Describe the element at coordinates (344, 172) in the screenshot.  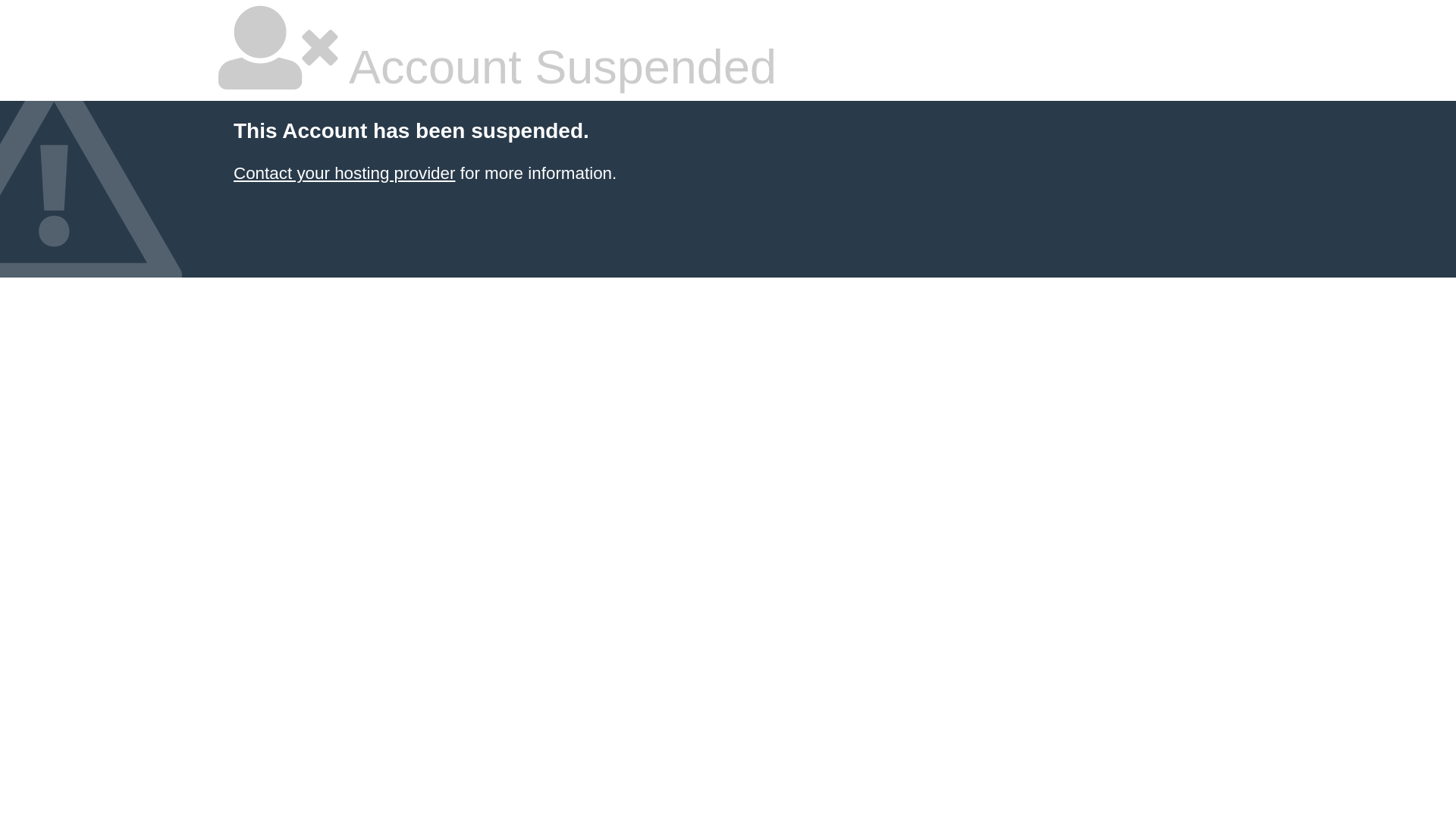
I see `'Contact your hosting provider'` at that location.